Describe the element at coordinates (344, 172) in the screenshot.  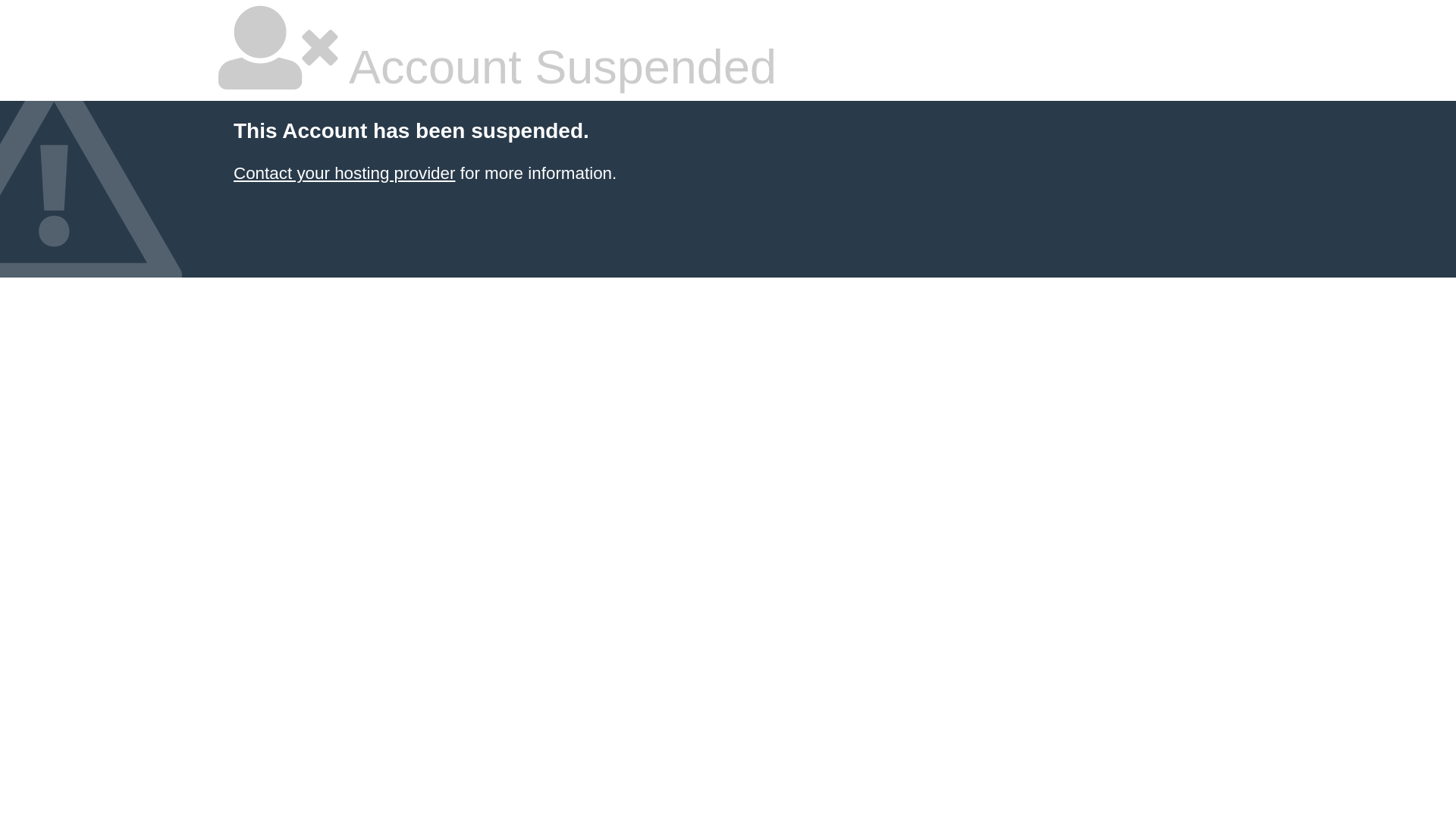
I see `'Contact your hosting provider'` at that location.